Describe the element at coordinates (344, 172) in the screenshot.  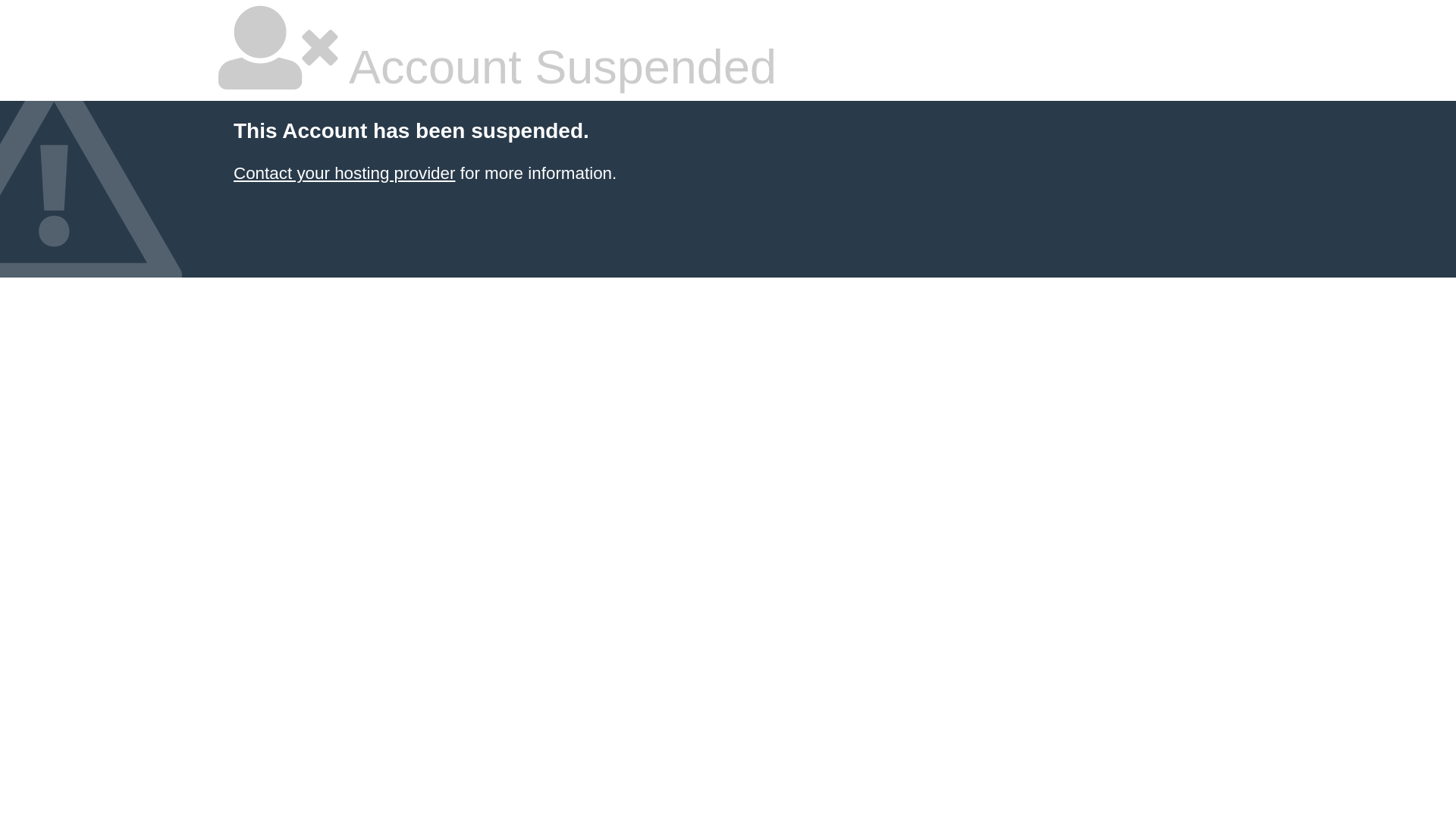
I see `'Contact your hosting provider'` at that location.